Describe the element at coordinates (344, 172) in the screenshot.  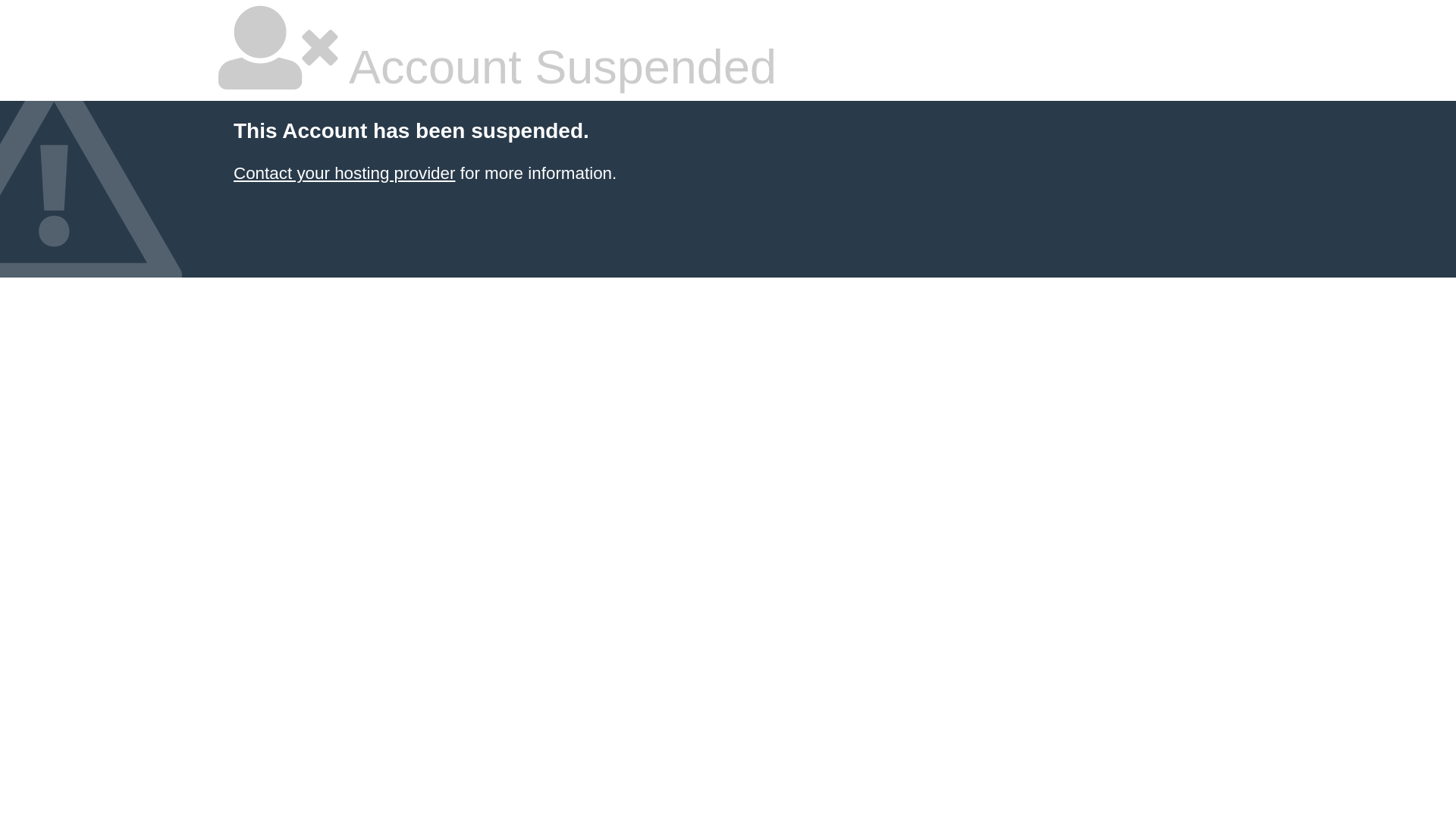
I see `'Contact your hosting provider'` at that location.